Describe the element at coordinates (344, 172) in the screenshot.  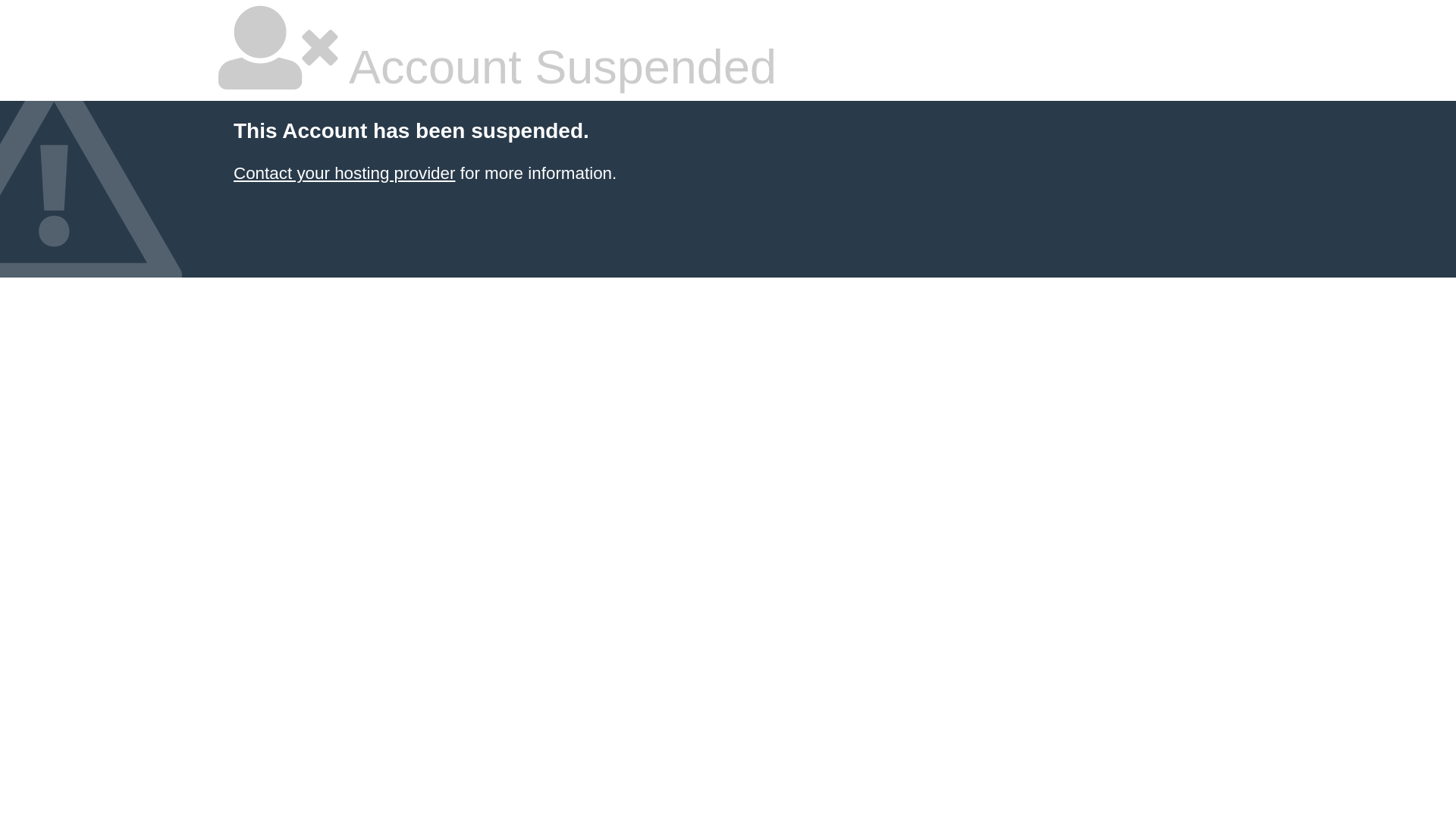
I see `'Contact your hosting provider'` at that location.